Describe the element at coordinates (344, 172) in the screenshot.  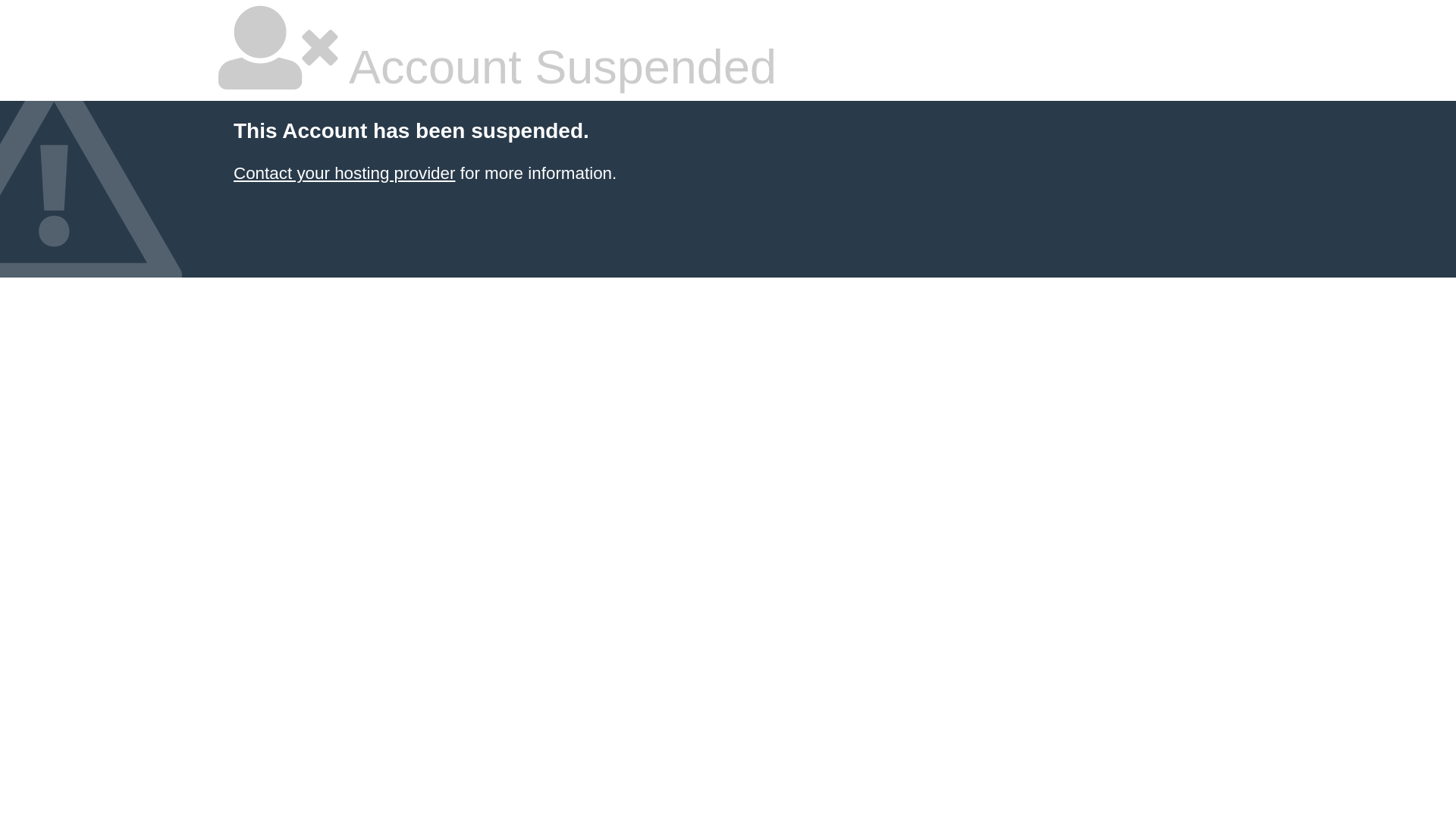
I see `'Contact your hosting provider'` at that location.